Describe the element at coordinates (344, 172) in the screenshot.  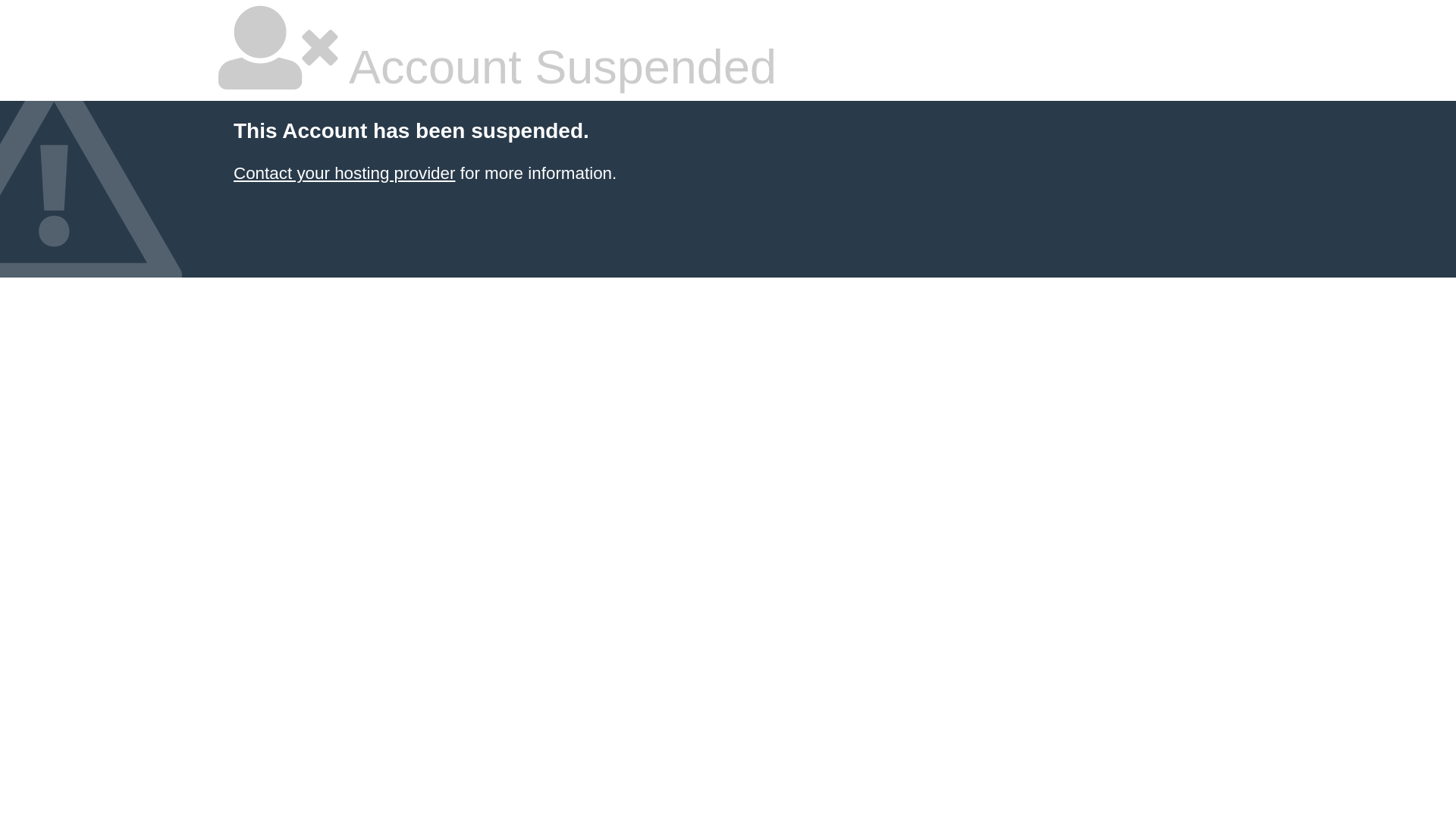
I see `'Contact your hosting provider'` at that location.